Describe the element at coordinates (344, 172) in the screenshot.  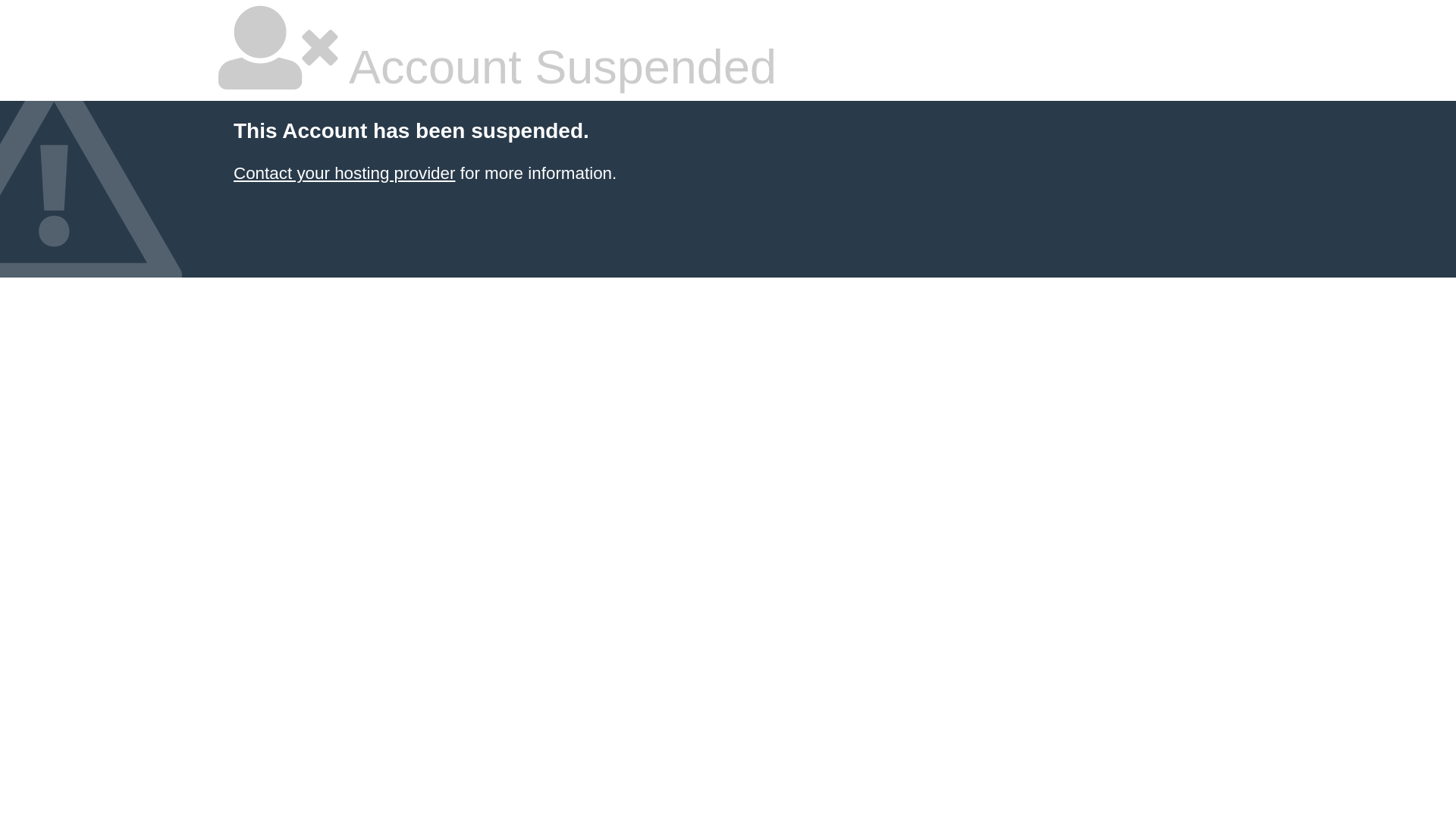
I see `'Contact your hosting provider'` at that location.